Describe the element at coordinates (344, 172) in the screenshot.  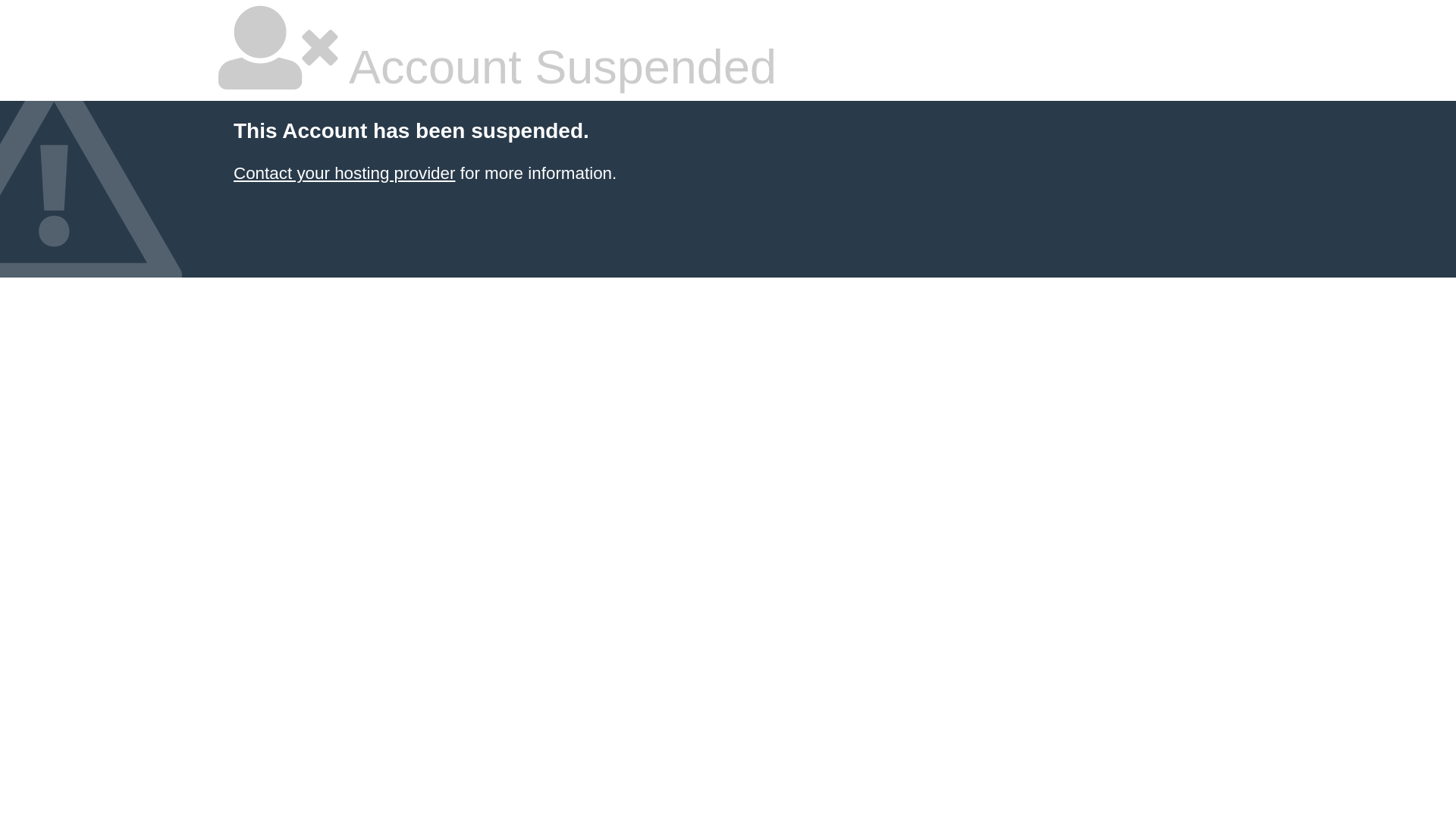
I see `'Contact your hosting provider'` at that location.